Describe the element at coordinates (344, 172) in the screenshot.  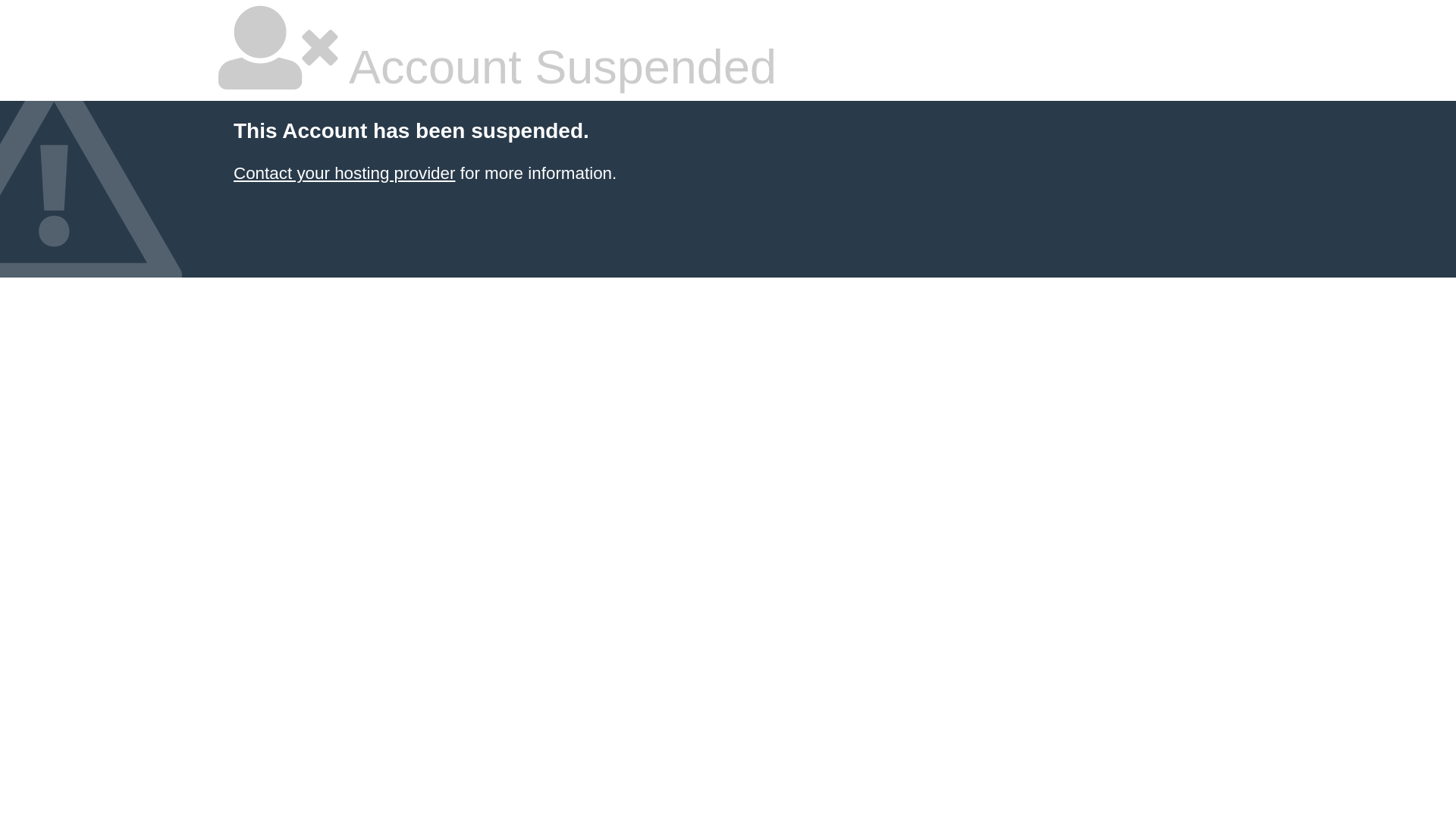
I see `'Contact your hosting provider'` at that location.